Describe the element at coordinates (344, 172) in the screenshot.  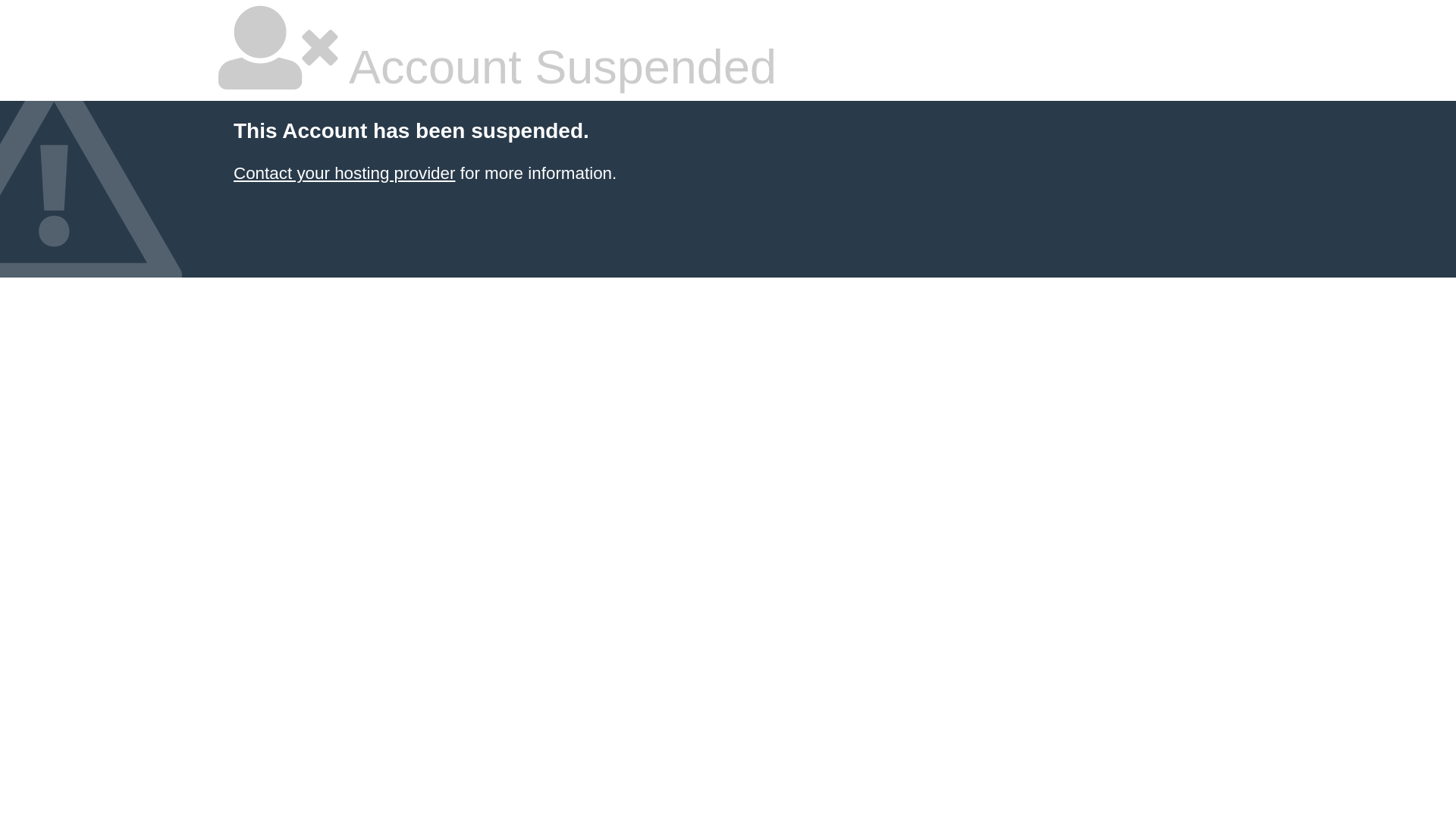
I see `'Contact your hosting provider'` at that location.